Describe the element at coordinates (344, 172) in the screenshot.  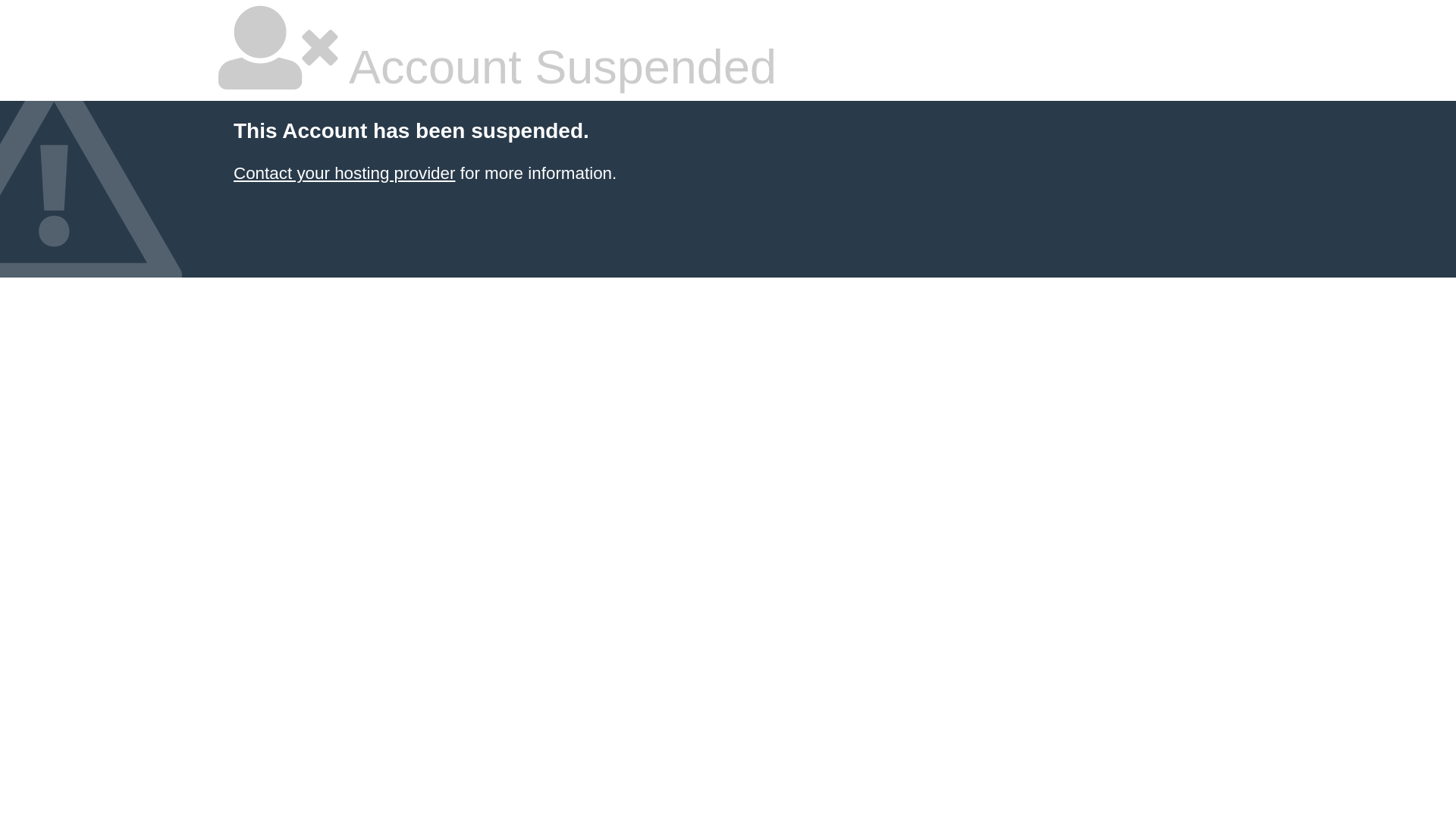
I see `'Contact your hosting provider'` at that location.